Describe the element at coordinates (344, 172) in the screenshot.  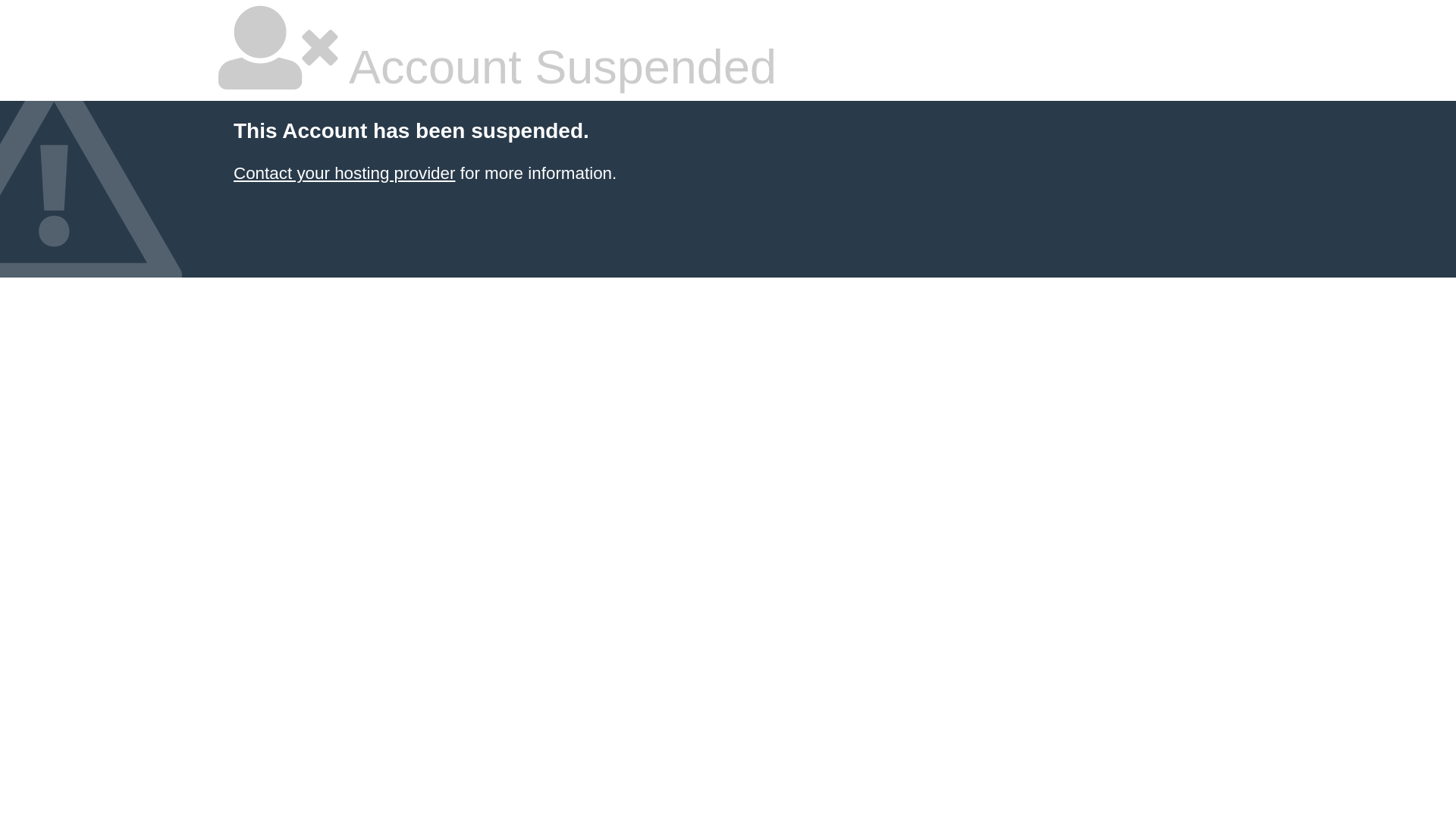
I see `'Contact your hosting provider'` at that location.